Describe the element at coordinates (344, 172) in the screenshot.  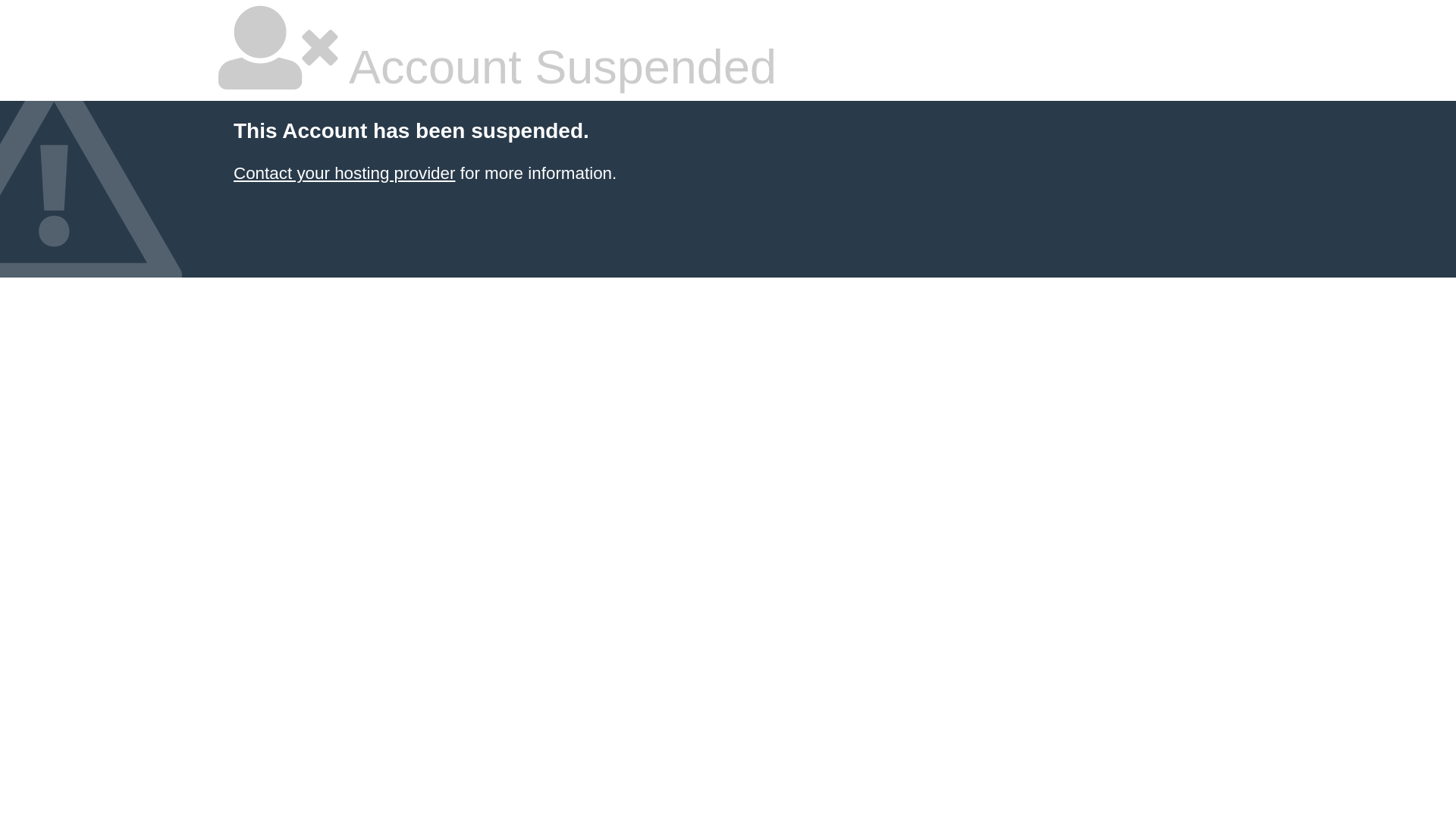
I see `'Contact your hosting provider'` at that location.